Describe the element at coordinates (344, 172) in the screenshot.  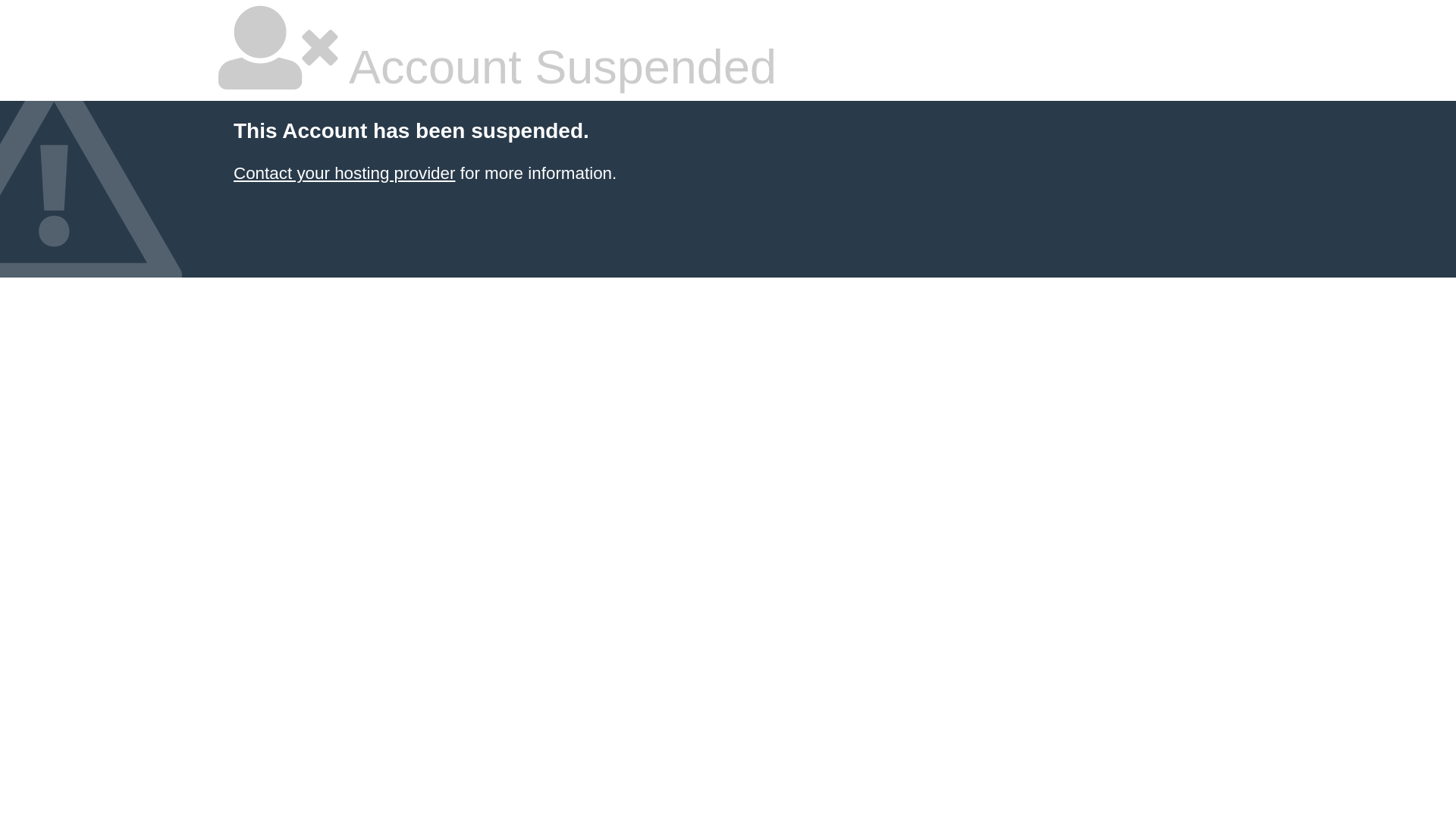
I see `'Contact your hosting provider'` at that location.